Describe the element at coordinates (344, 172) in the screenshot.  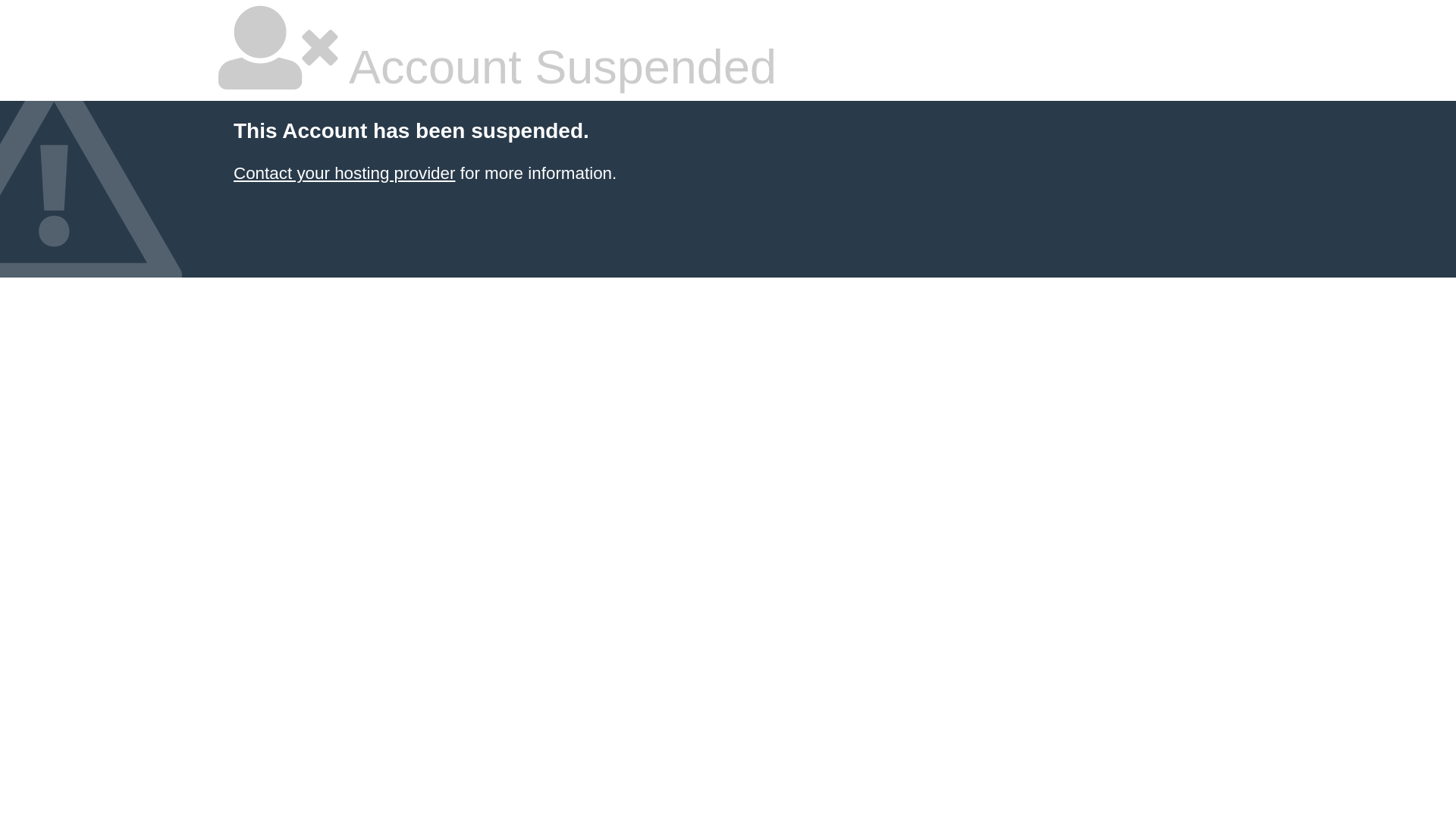
I see `'Contact your hosting provider'` at that location.